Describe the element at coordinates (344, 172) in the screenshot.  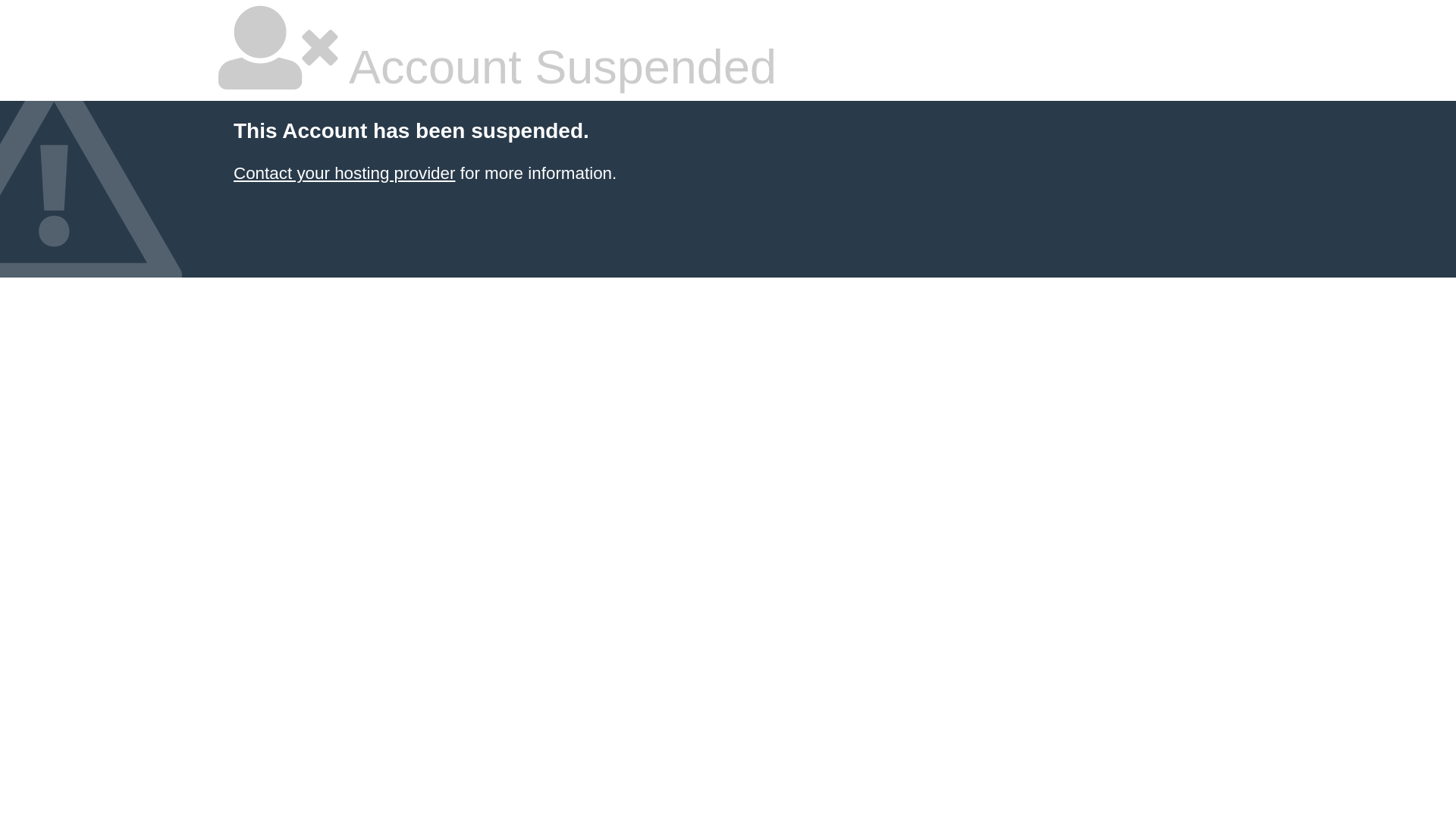
I see `'Contact your hosting provider'` at that location.